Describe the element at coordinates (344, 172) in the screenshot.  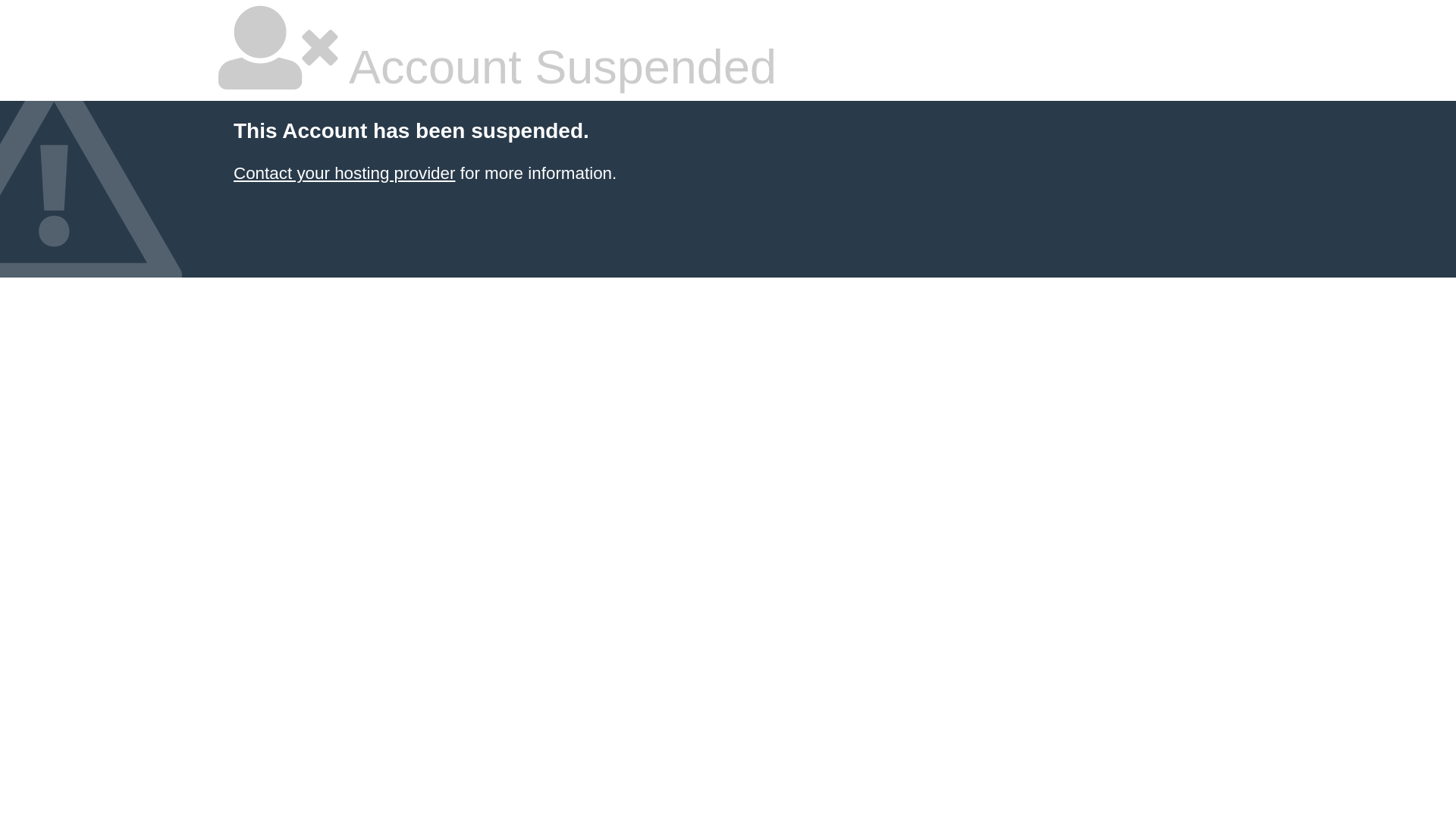
I see `'Contact your hosting provider'` at that location.